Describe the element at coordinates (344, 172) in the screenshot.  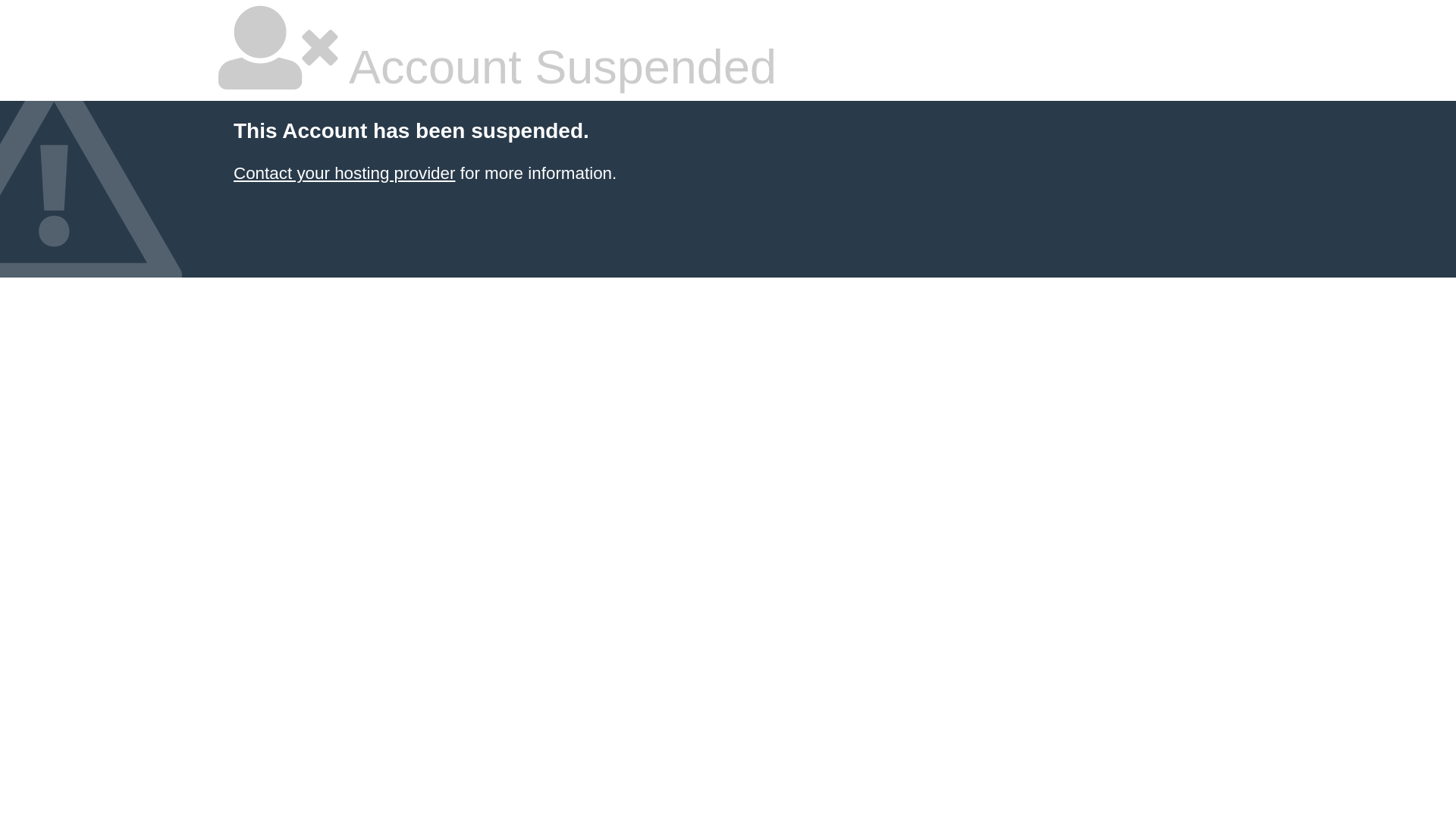
I see `'Contact your hosting provider'` at that location.